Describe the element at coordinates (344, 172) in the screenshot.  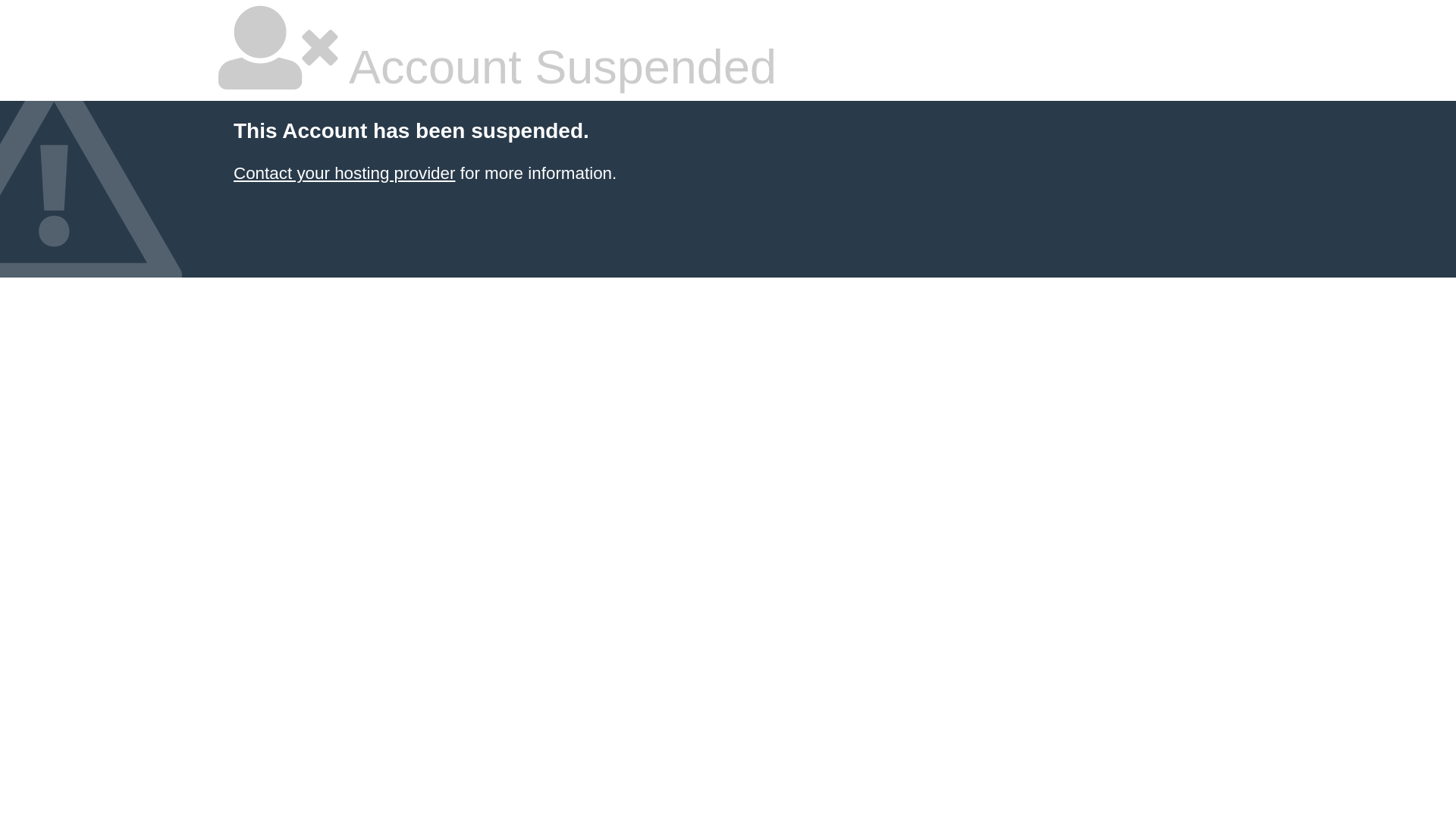
I see `'Contact your hosting provider'` at that location.